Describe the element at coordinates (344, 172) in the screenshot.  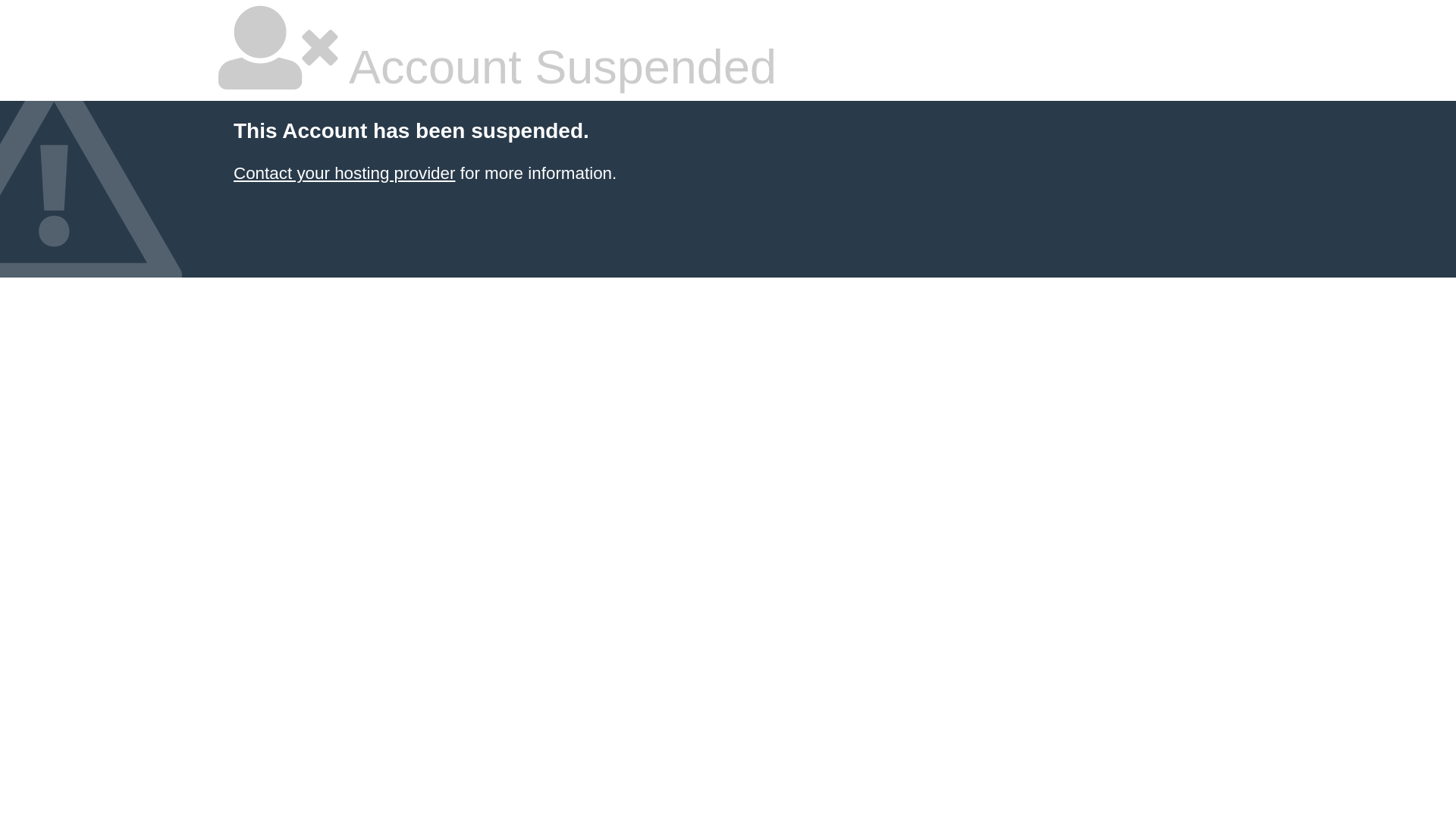
I see `'Contact your hosting provider'` at that location.